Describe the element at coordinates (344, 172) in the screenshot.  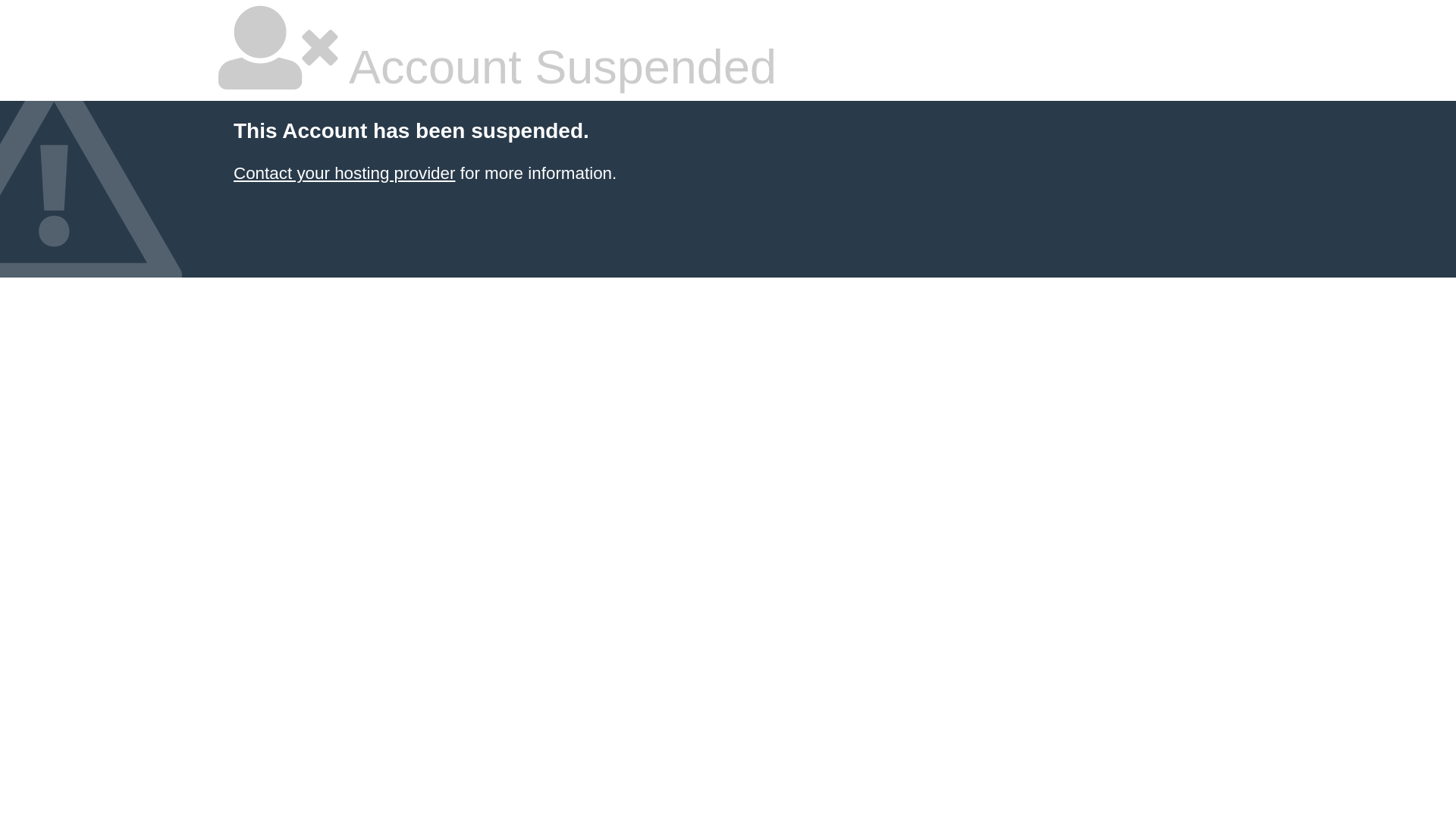
I see `'Contact your hosting provider'` at that location.